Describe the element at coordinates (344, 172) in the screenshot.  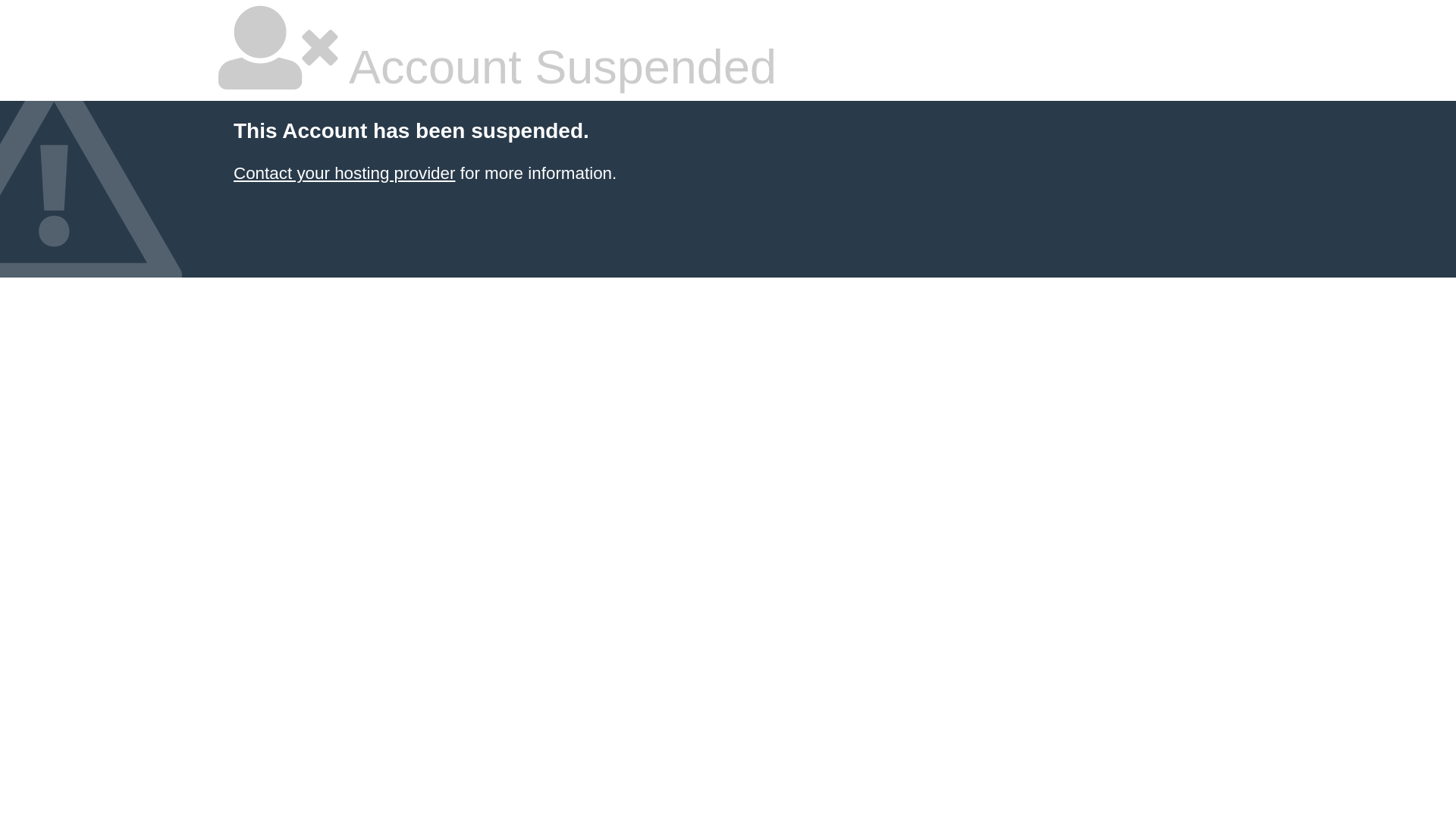
I see `'Contact your hosting provider'` at that location.